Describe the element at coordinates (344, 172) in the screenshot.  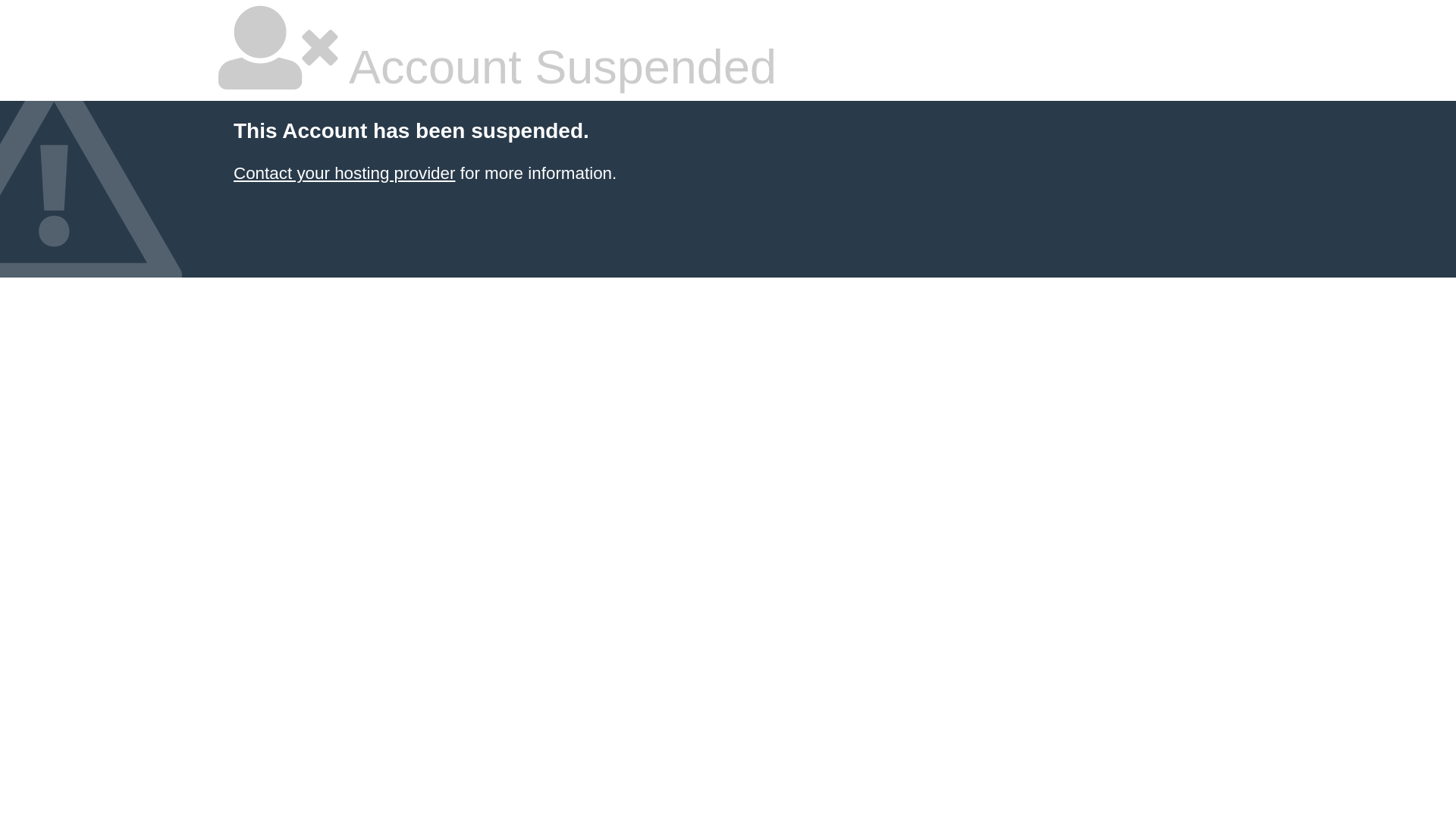
I see `'Contact your hosting provider'` at that location.